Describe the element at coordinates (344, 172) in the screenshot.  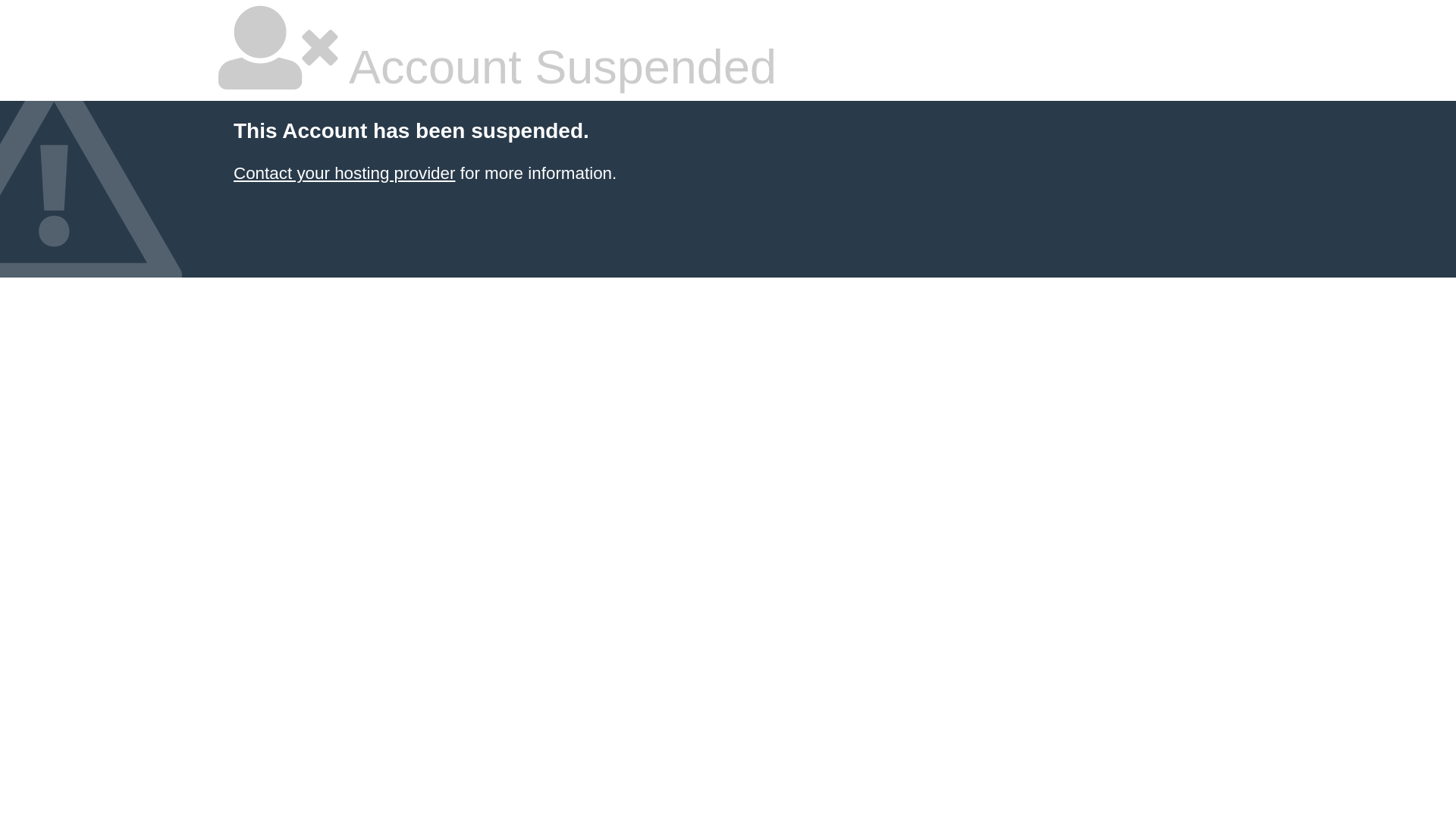
I see `'Contact your hosting provider'` at that location.